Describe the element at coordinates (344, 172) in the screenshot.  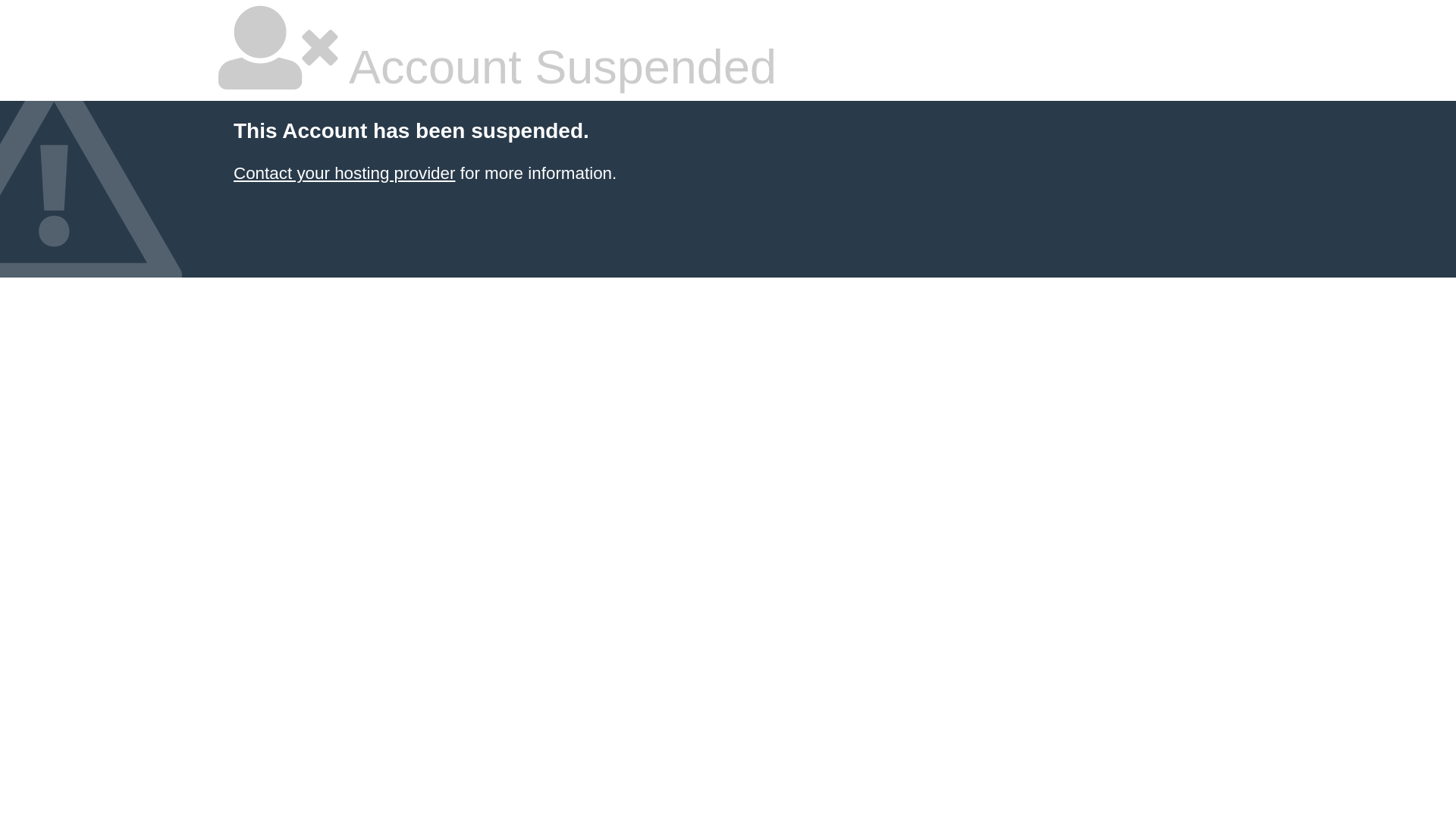
I see `'Contact your hosting provider'` at that location.